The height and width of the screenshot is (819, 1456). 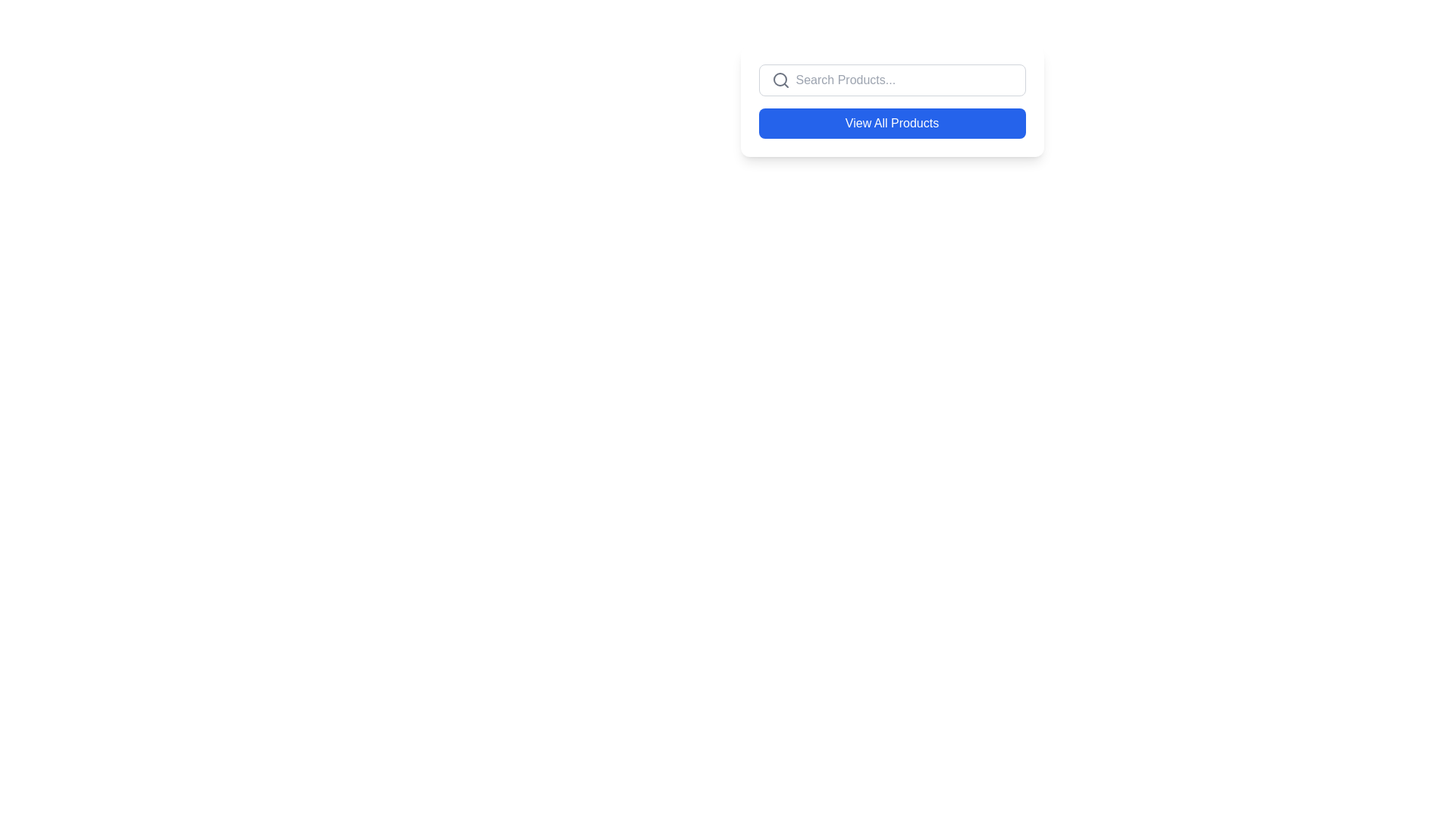 What do you see at coordinates (780, 80) in the screenshot?
I see `the Magnifying Glass icon that represents the search functionality, located at the leftmost side of the search input field` at bounding box center [780, 80].